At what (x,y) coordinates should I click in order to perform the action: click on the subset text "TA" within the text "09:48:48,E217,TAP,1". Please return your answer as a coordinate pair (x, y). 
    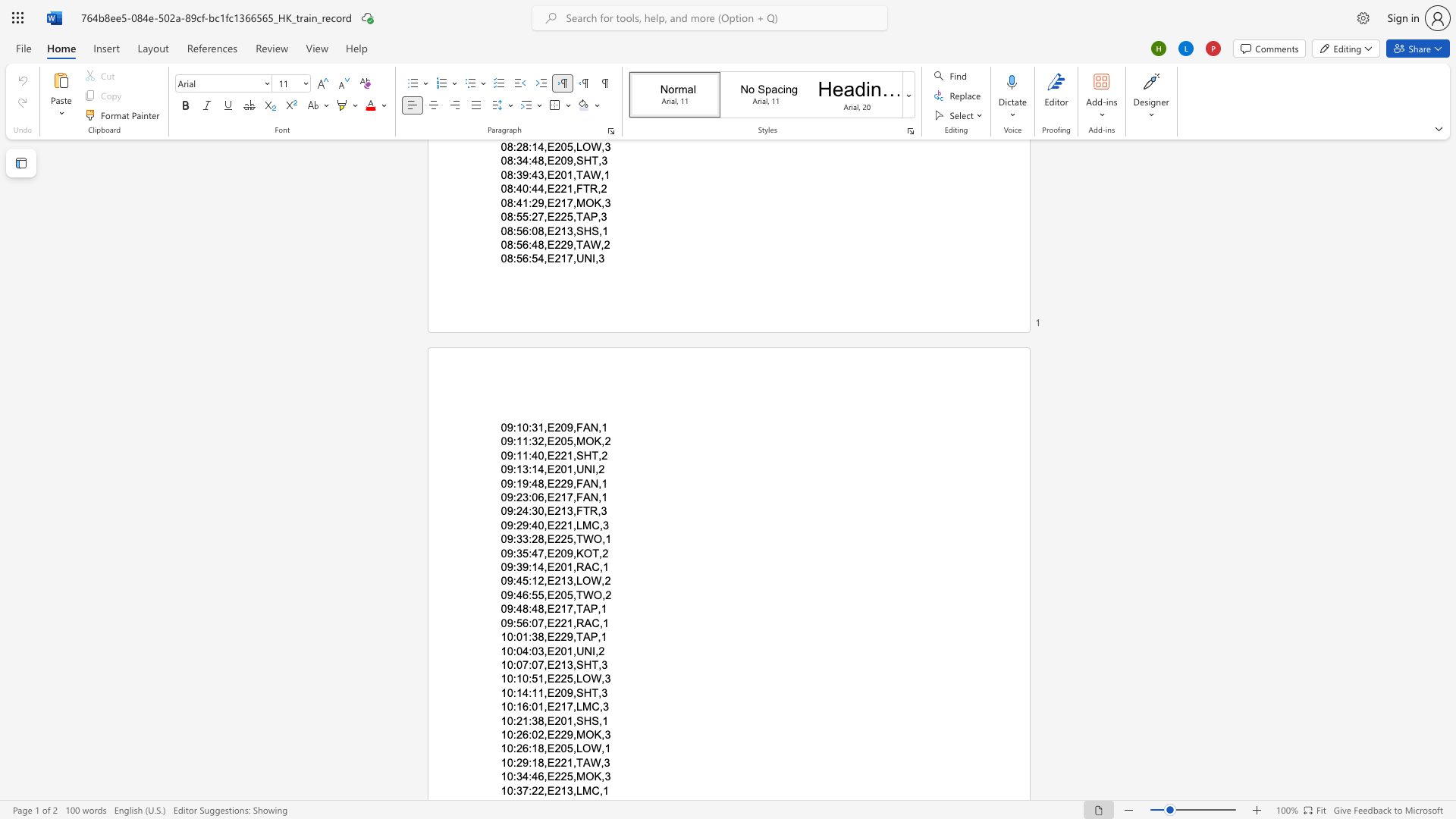
    Looking at the image, I should click on (575, 608).